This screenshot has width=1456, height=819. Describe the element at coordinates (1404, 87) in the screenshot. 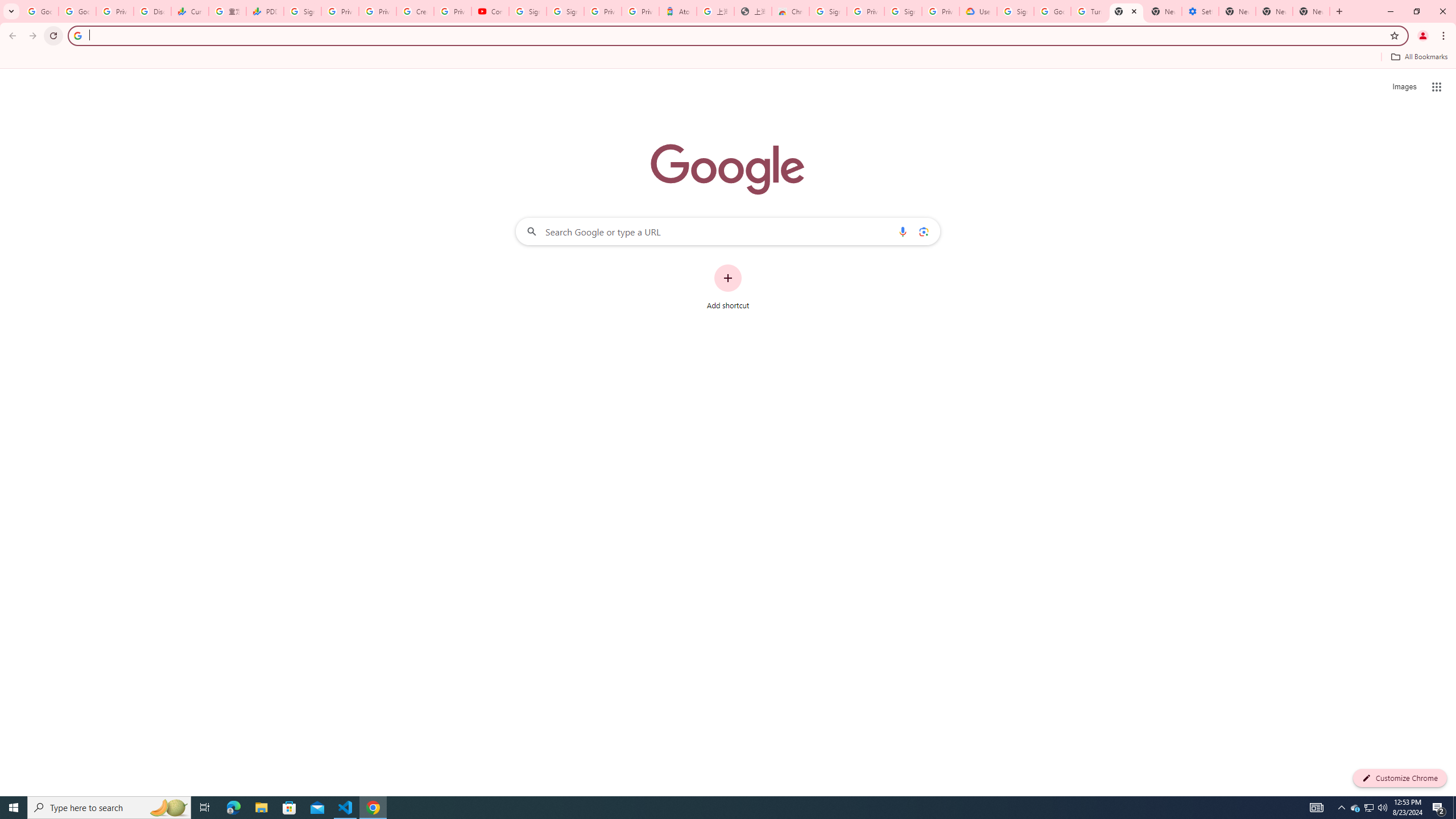

I see `'Search for Images '` at that location.